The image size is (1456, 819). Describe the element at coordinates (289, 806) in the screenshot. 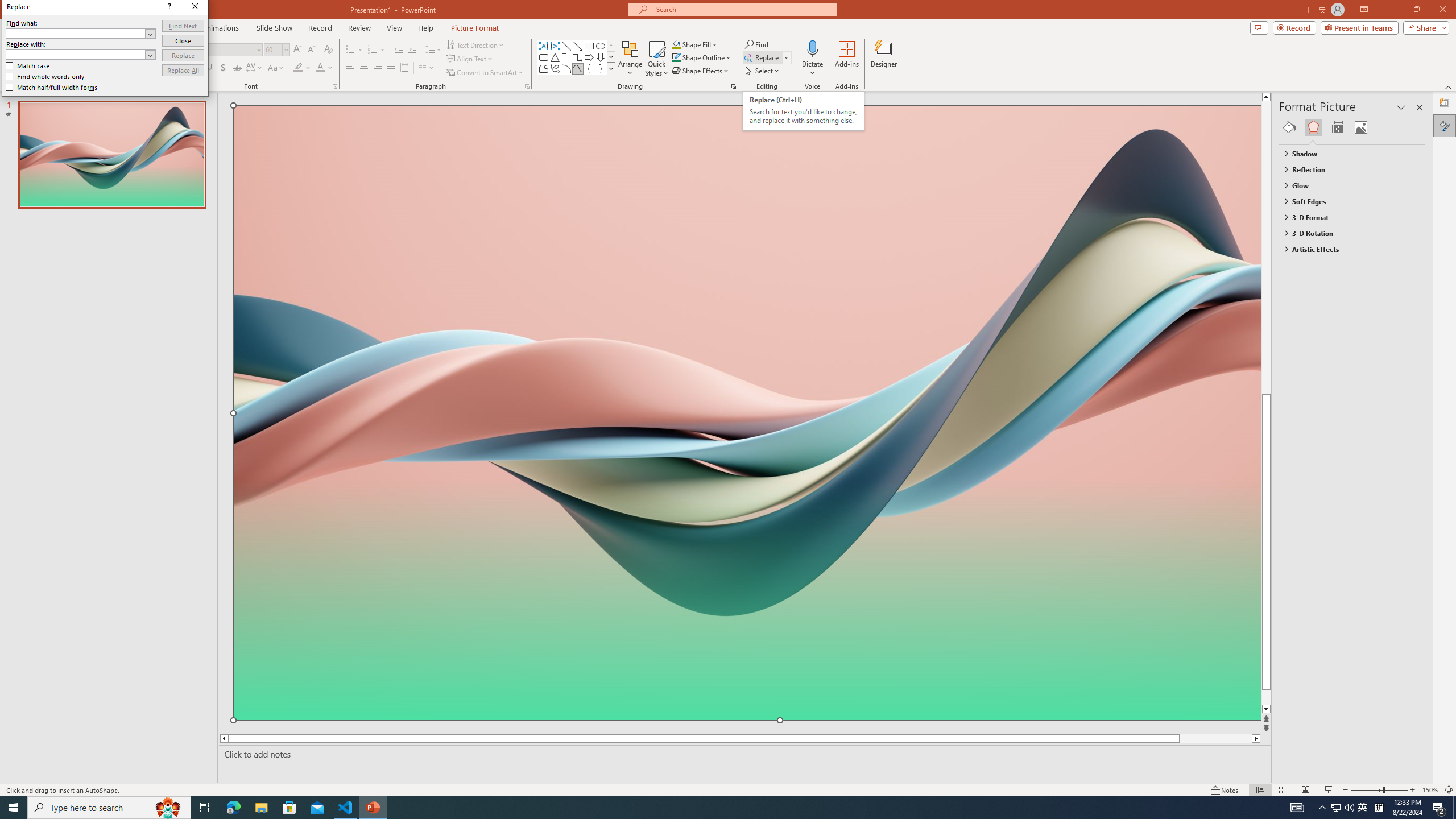

I see `'Microsoft Store'` at that location.